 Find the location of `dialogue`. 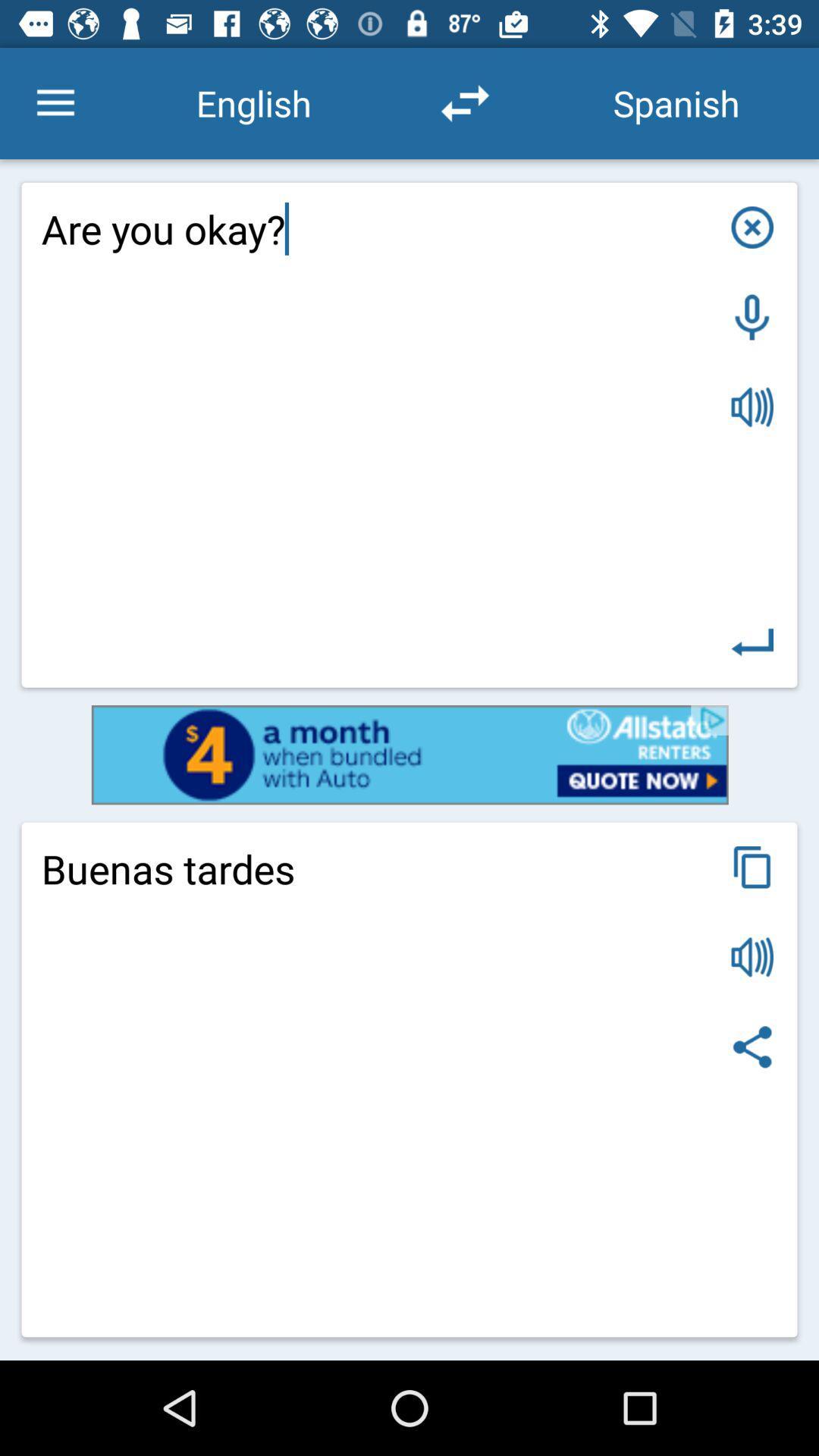

dialogue is located at coordinates (752, 226).